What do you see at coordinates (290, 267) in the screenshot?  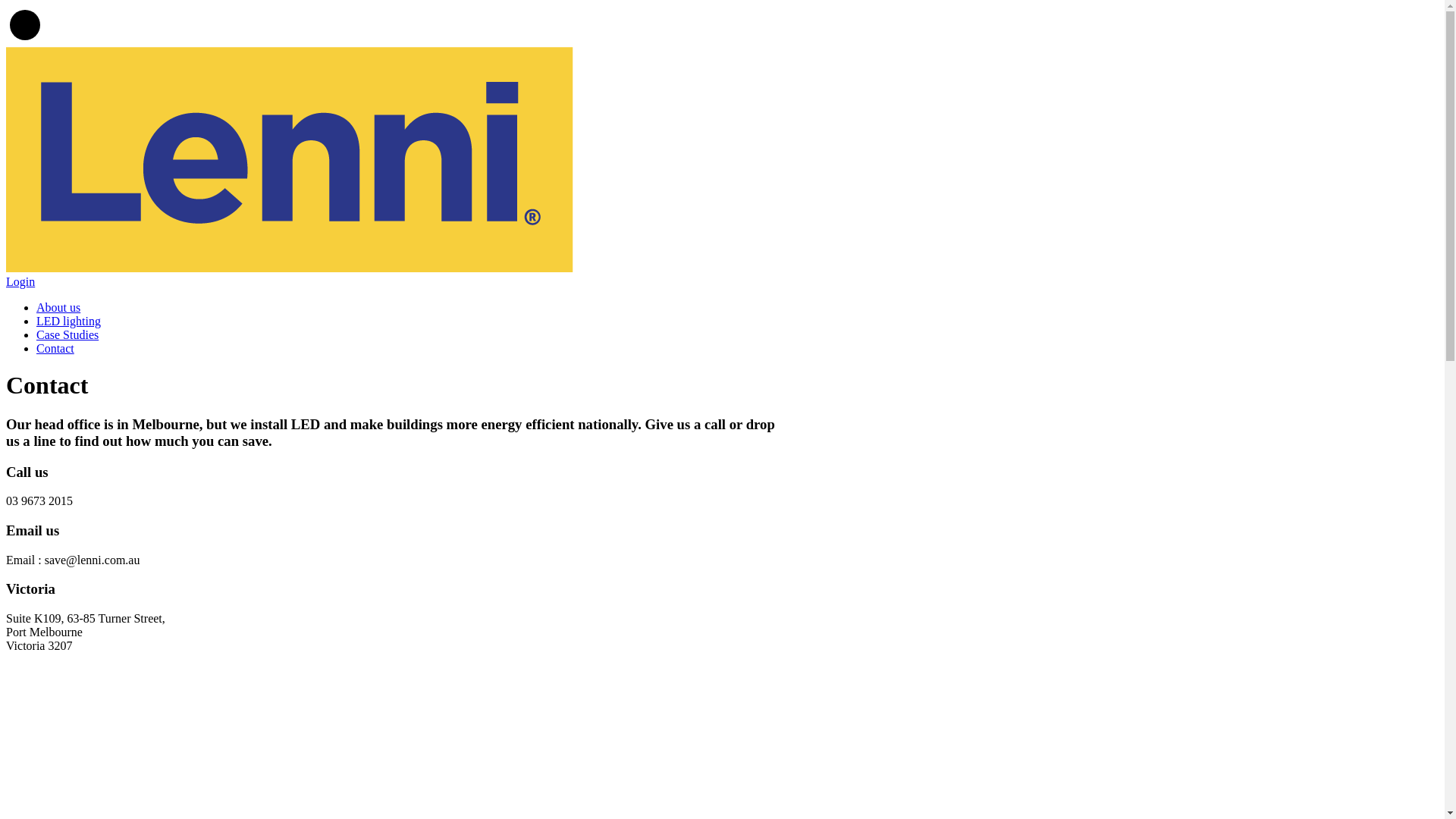 I see `'Lenni'` at bounding box center [290, 267].